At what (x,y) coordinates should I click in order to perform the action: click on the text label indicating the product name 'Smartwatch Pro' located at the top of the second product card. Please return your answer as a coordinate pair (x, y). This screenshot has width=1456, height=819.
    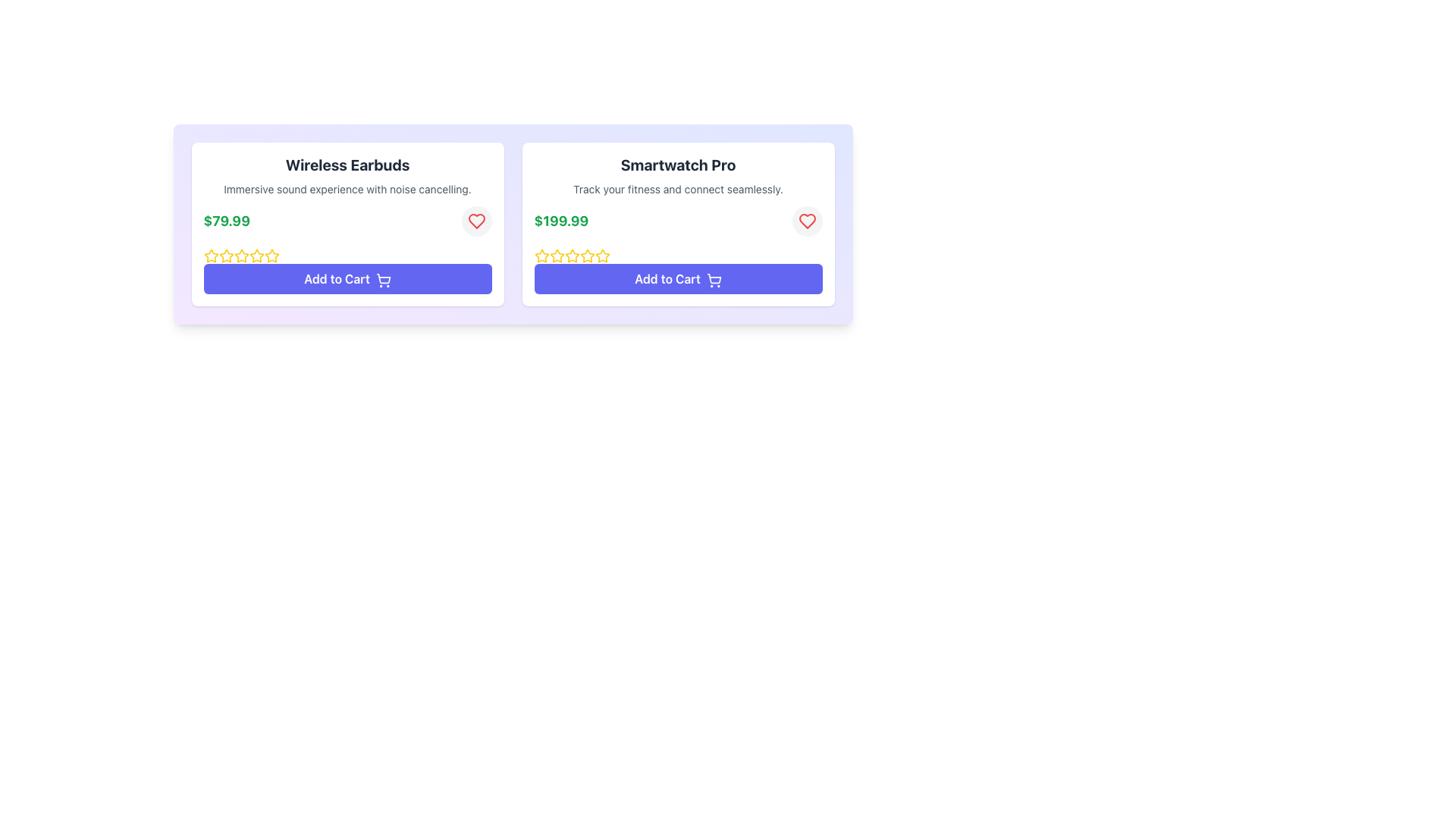
    Looking at the image, I should click on (677, 165).